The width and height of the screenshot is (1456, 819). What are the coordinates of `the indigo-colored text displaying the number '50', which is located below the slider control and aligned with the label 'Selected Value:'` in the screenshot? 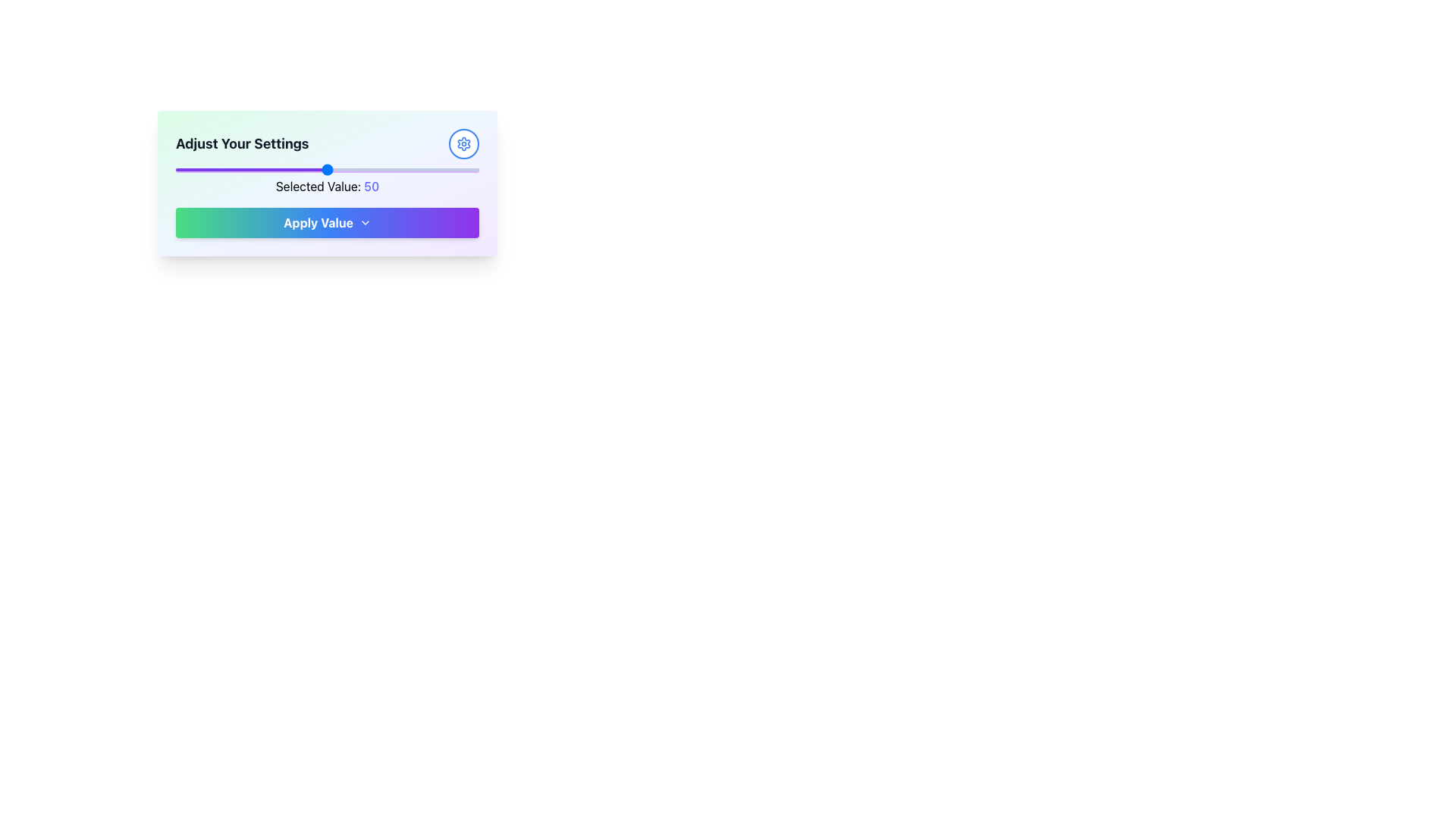 It's located at (372, 186).